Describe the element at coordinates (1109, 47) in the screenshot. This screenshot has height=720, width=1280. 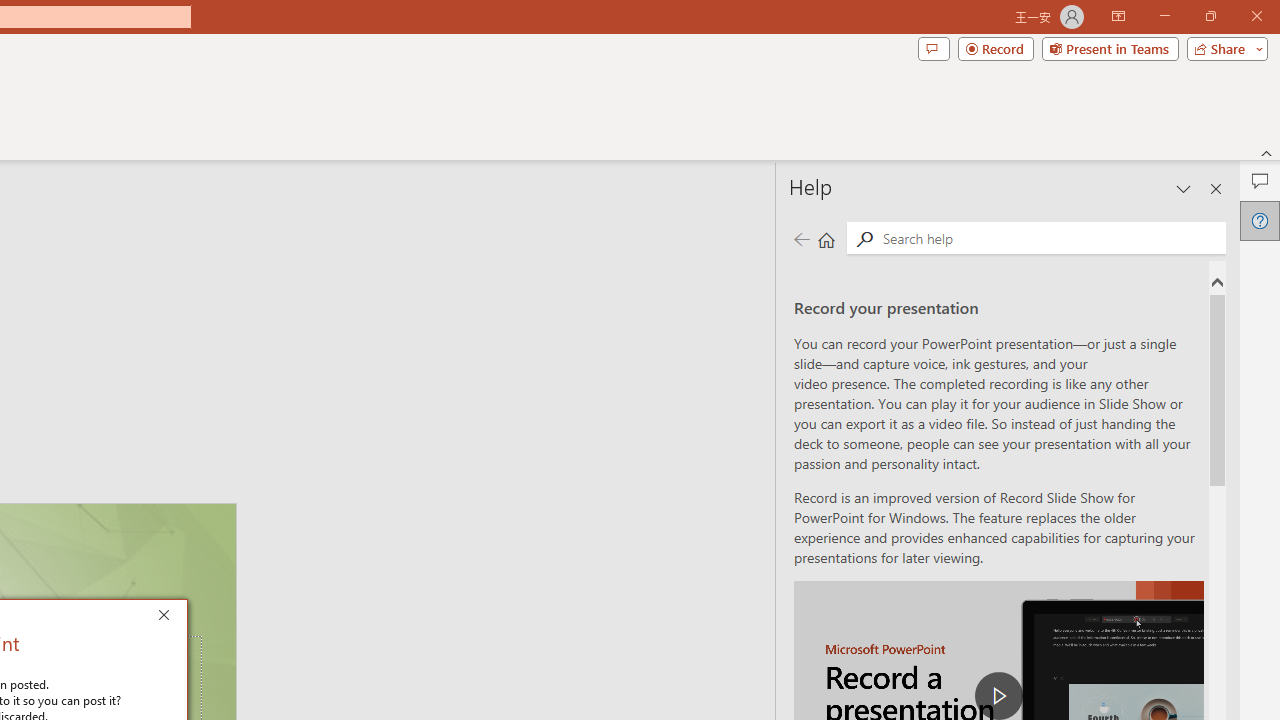
I see `'Present in Teams'` at that location.